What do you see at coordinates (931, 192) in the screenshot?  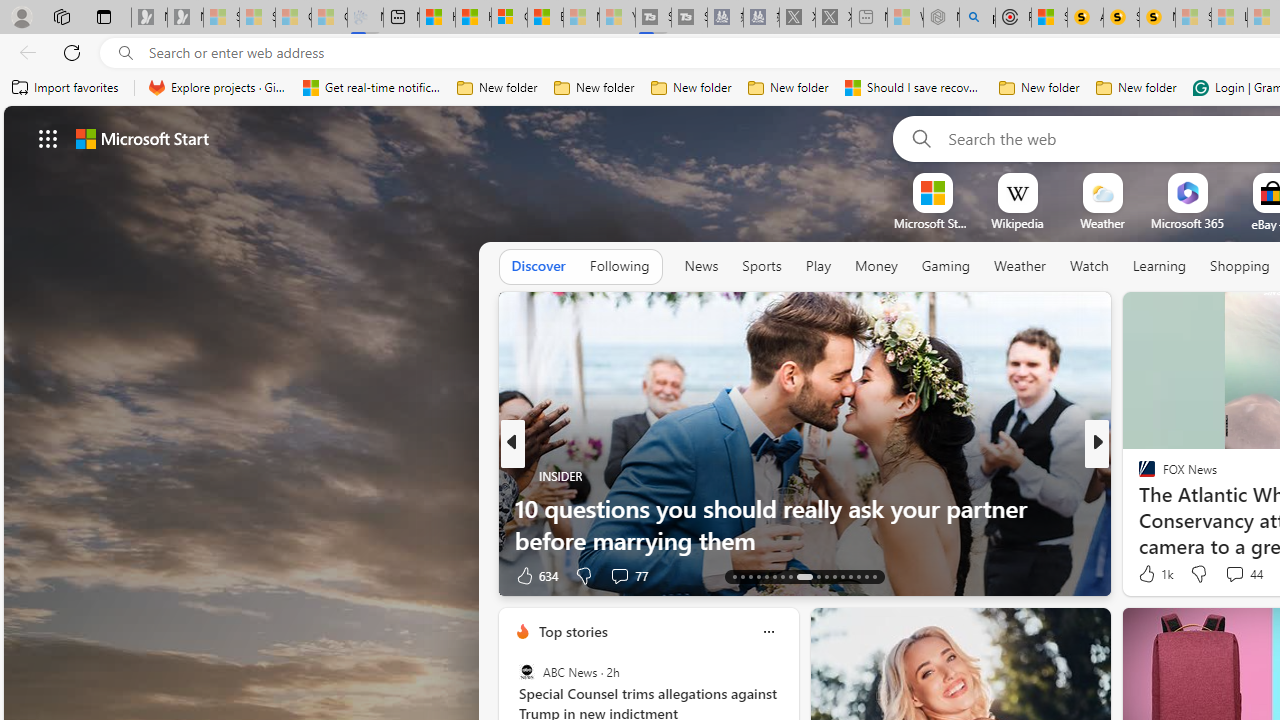 I see `'To get missing image descriptions, open the context menu.'` at bounding box center [931, 192].